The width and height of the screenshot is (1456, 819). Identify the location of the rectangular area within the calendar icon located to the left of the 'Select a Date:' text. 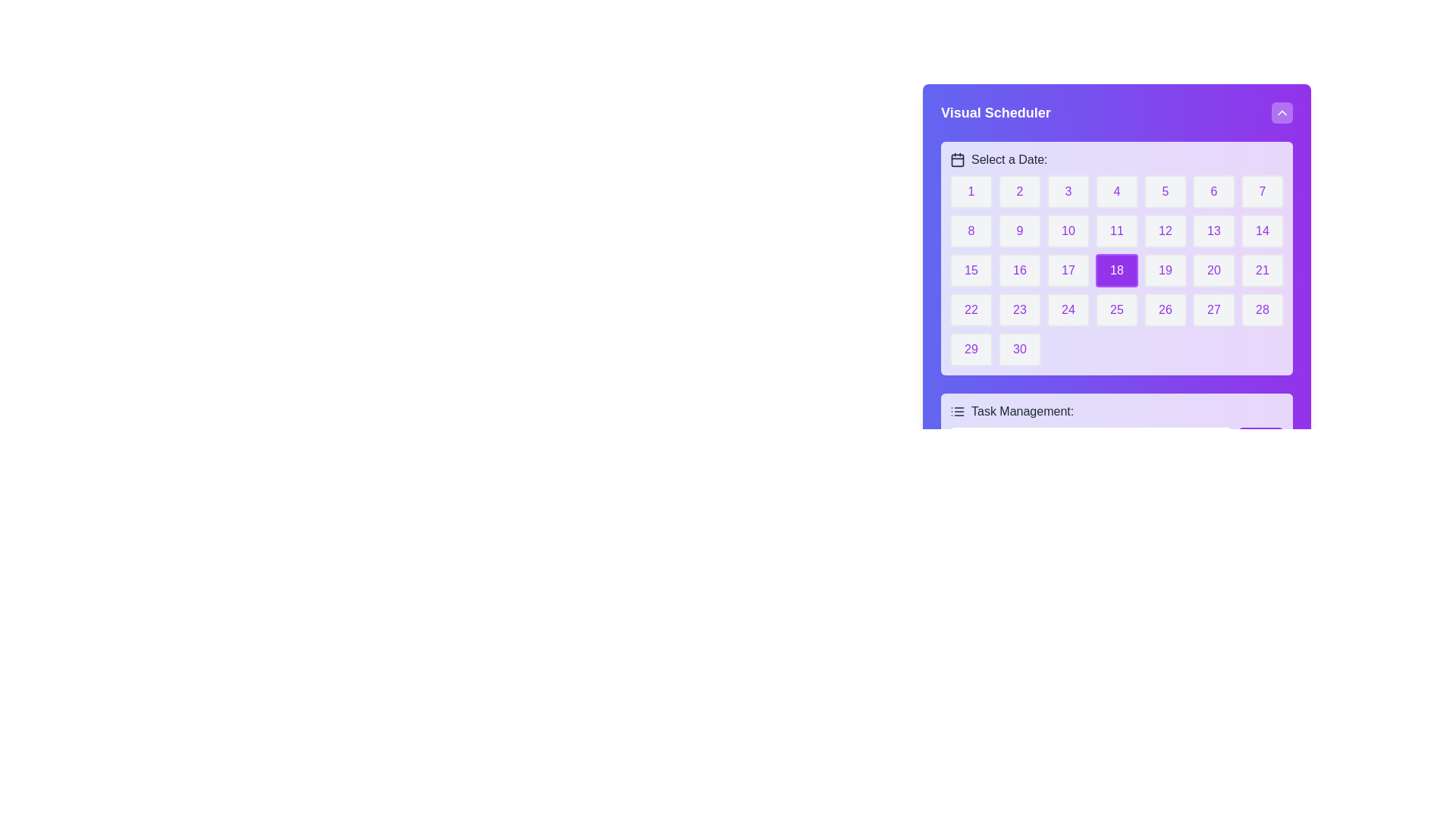
(956, 160).